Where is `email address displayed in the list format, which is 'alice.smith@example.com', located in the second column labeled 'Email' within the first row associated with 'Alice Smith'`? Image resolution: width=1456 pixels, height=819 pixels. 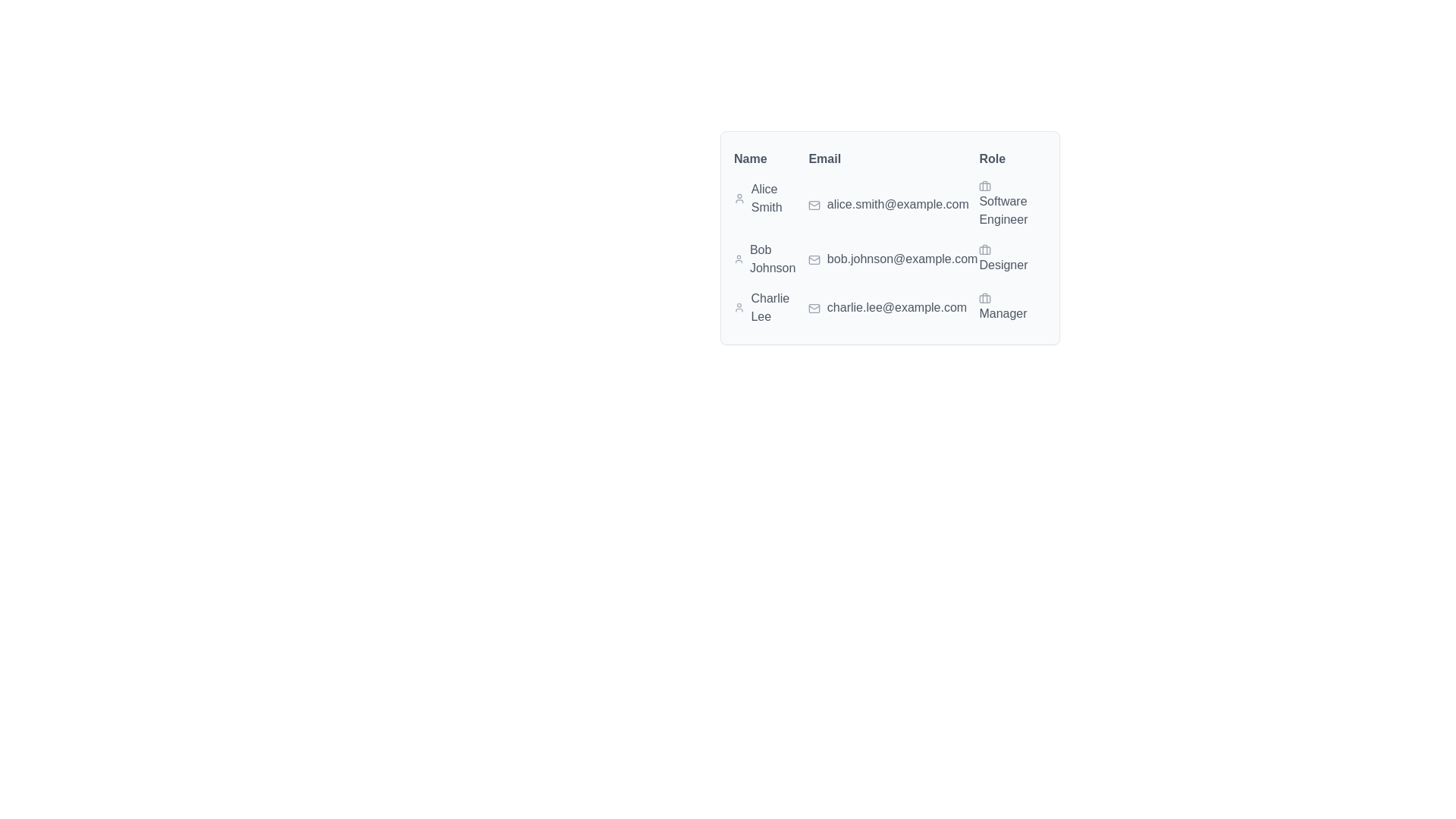 email address displayed in the list format, which is 'alice.smith@example.com', located in the second column labeled 'Email' within the first row associated with 'Alice Smith' is located at coordinates (893, 205).